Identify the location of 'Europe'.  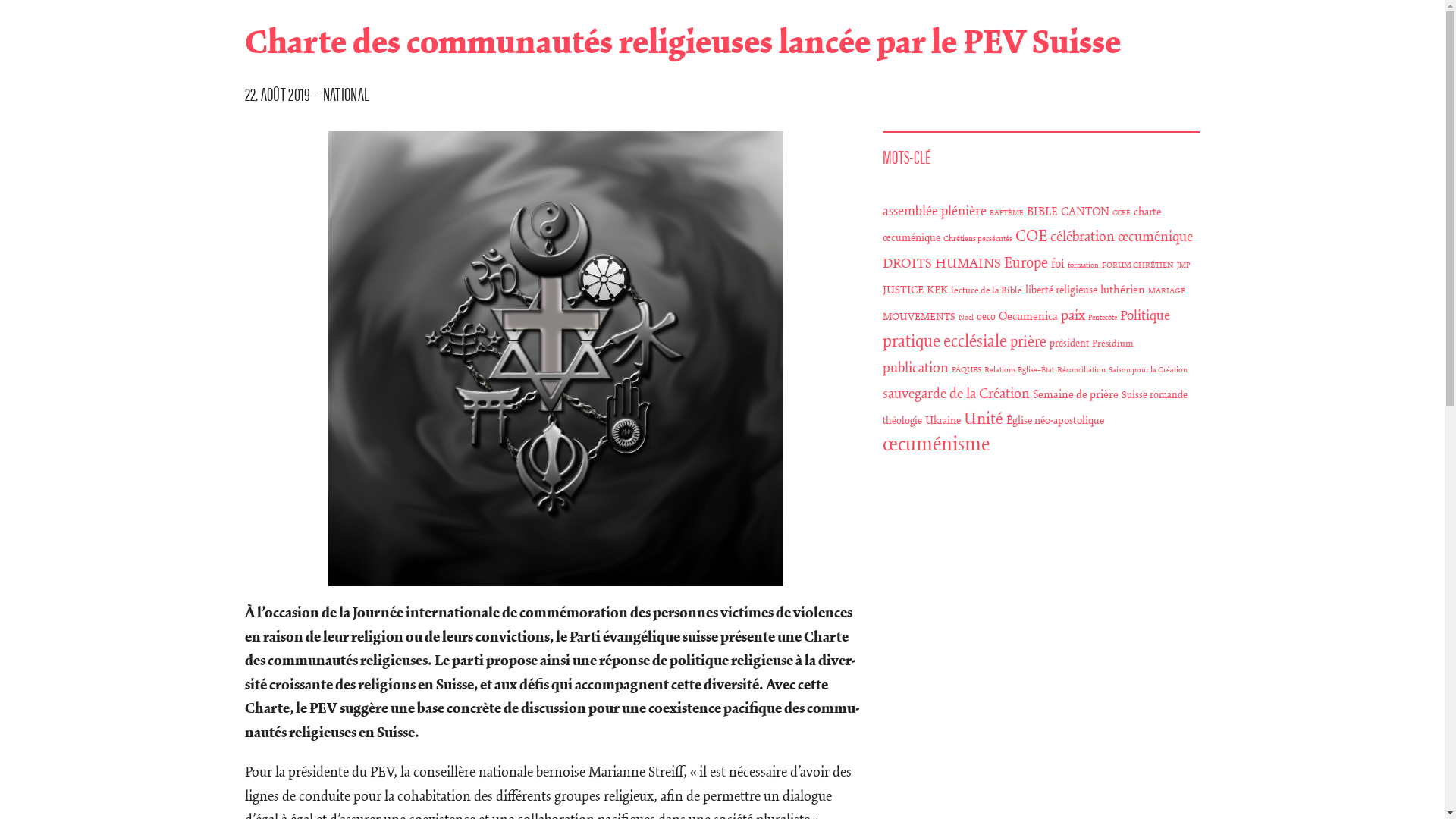
(1026, 262).